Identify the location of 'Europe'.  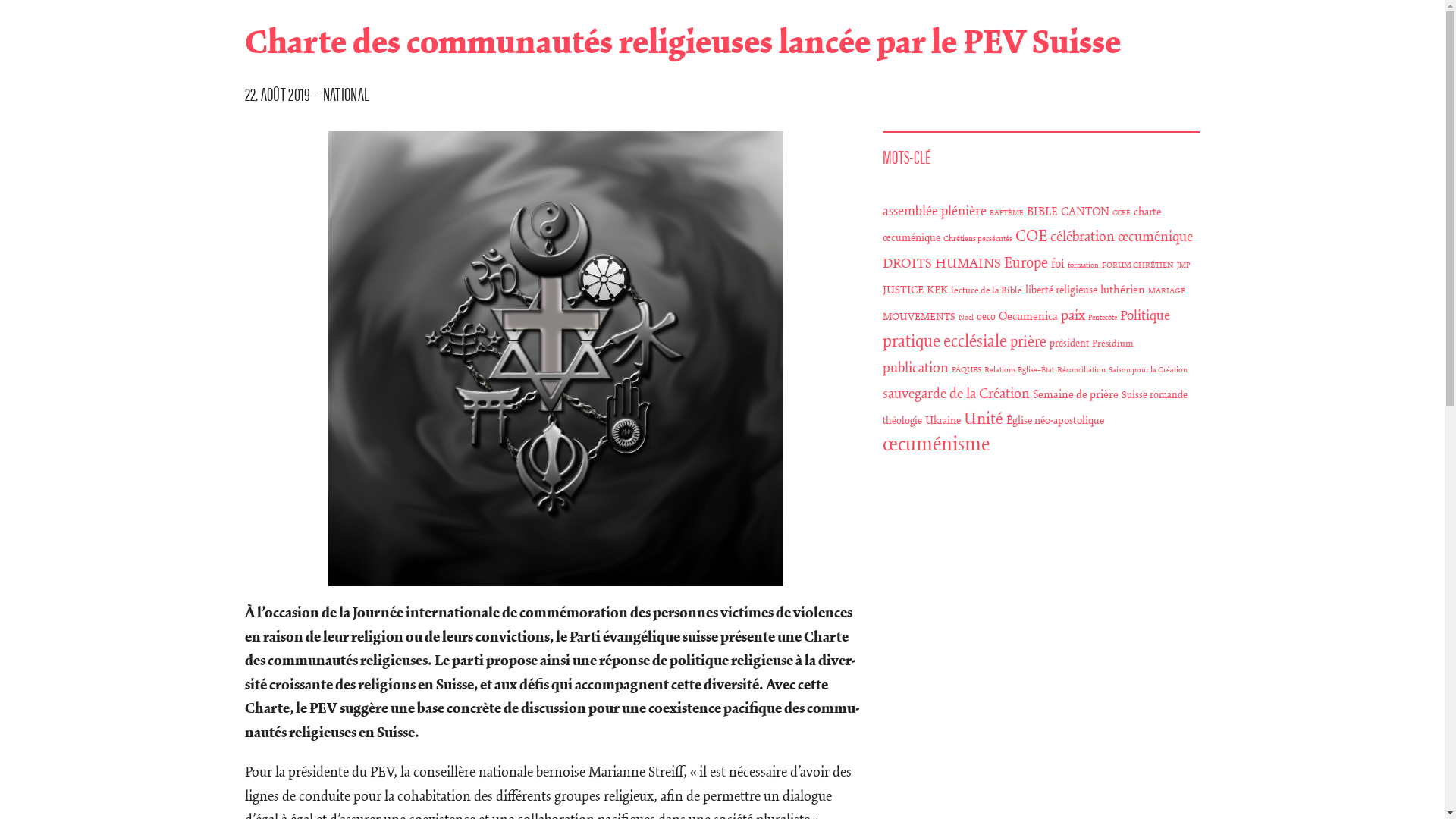
(1026, 262).